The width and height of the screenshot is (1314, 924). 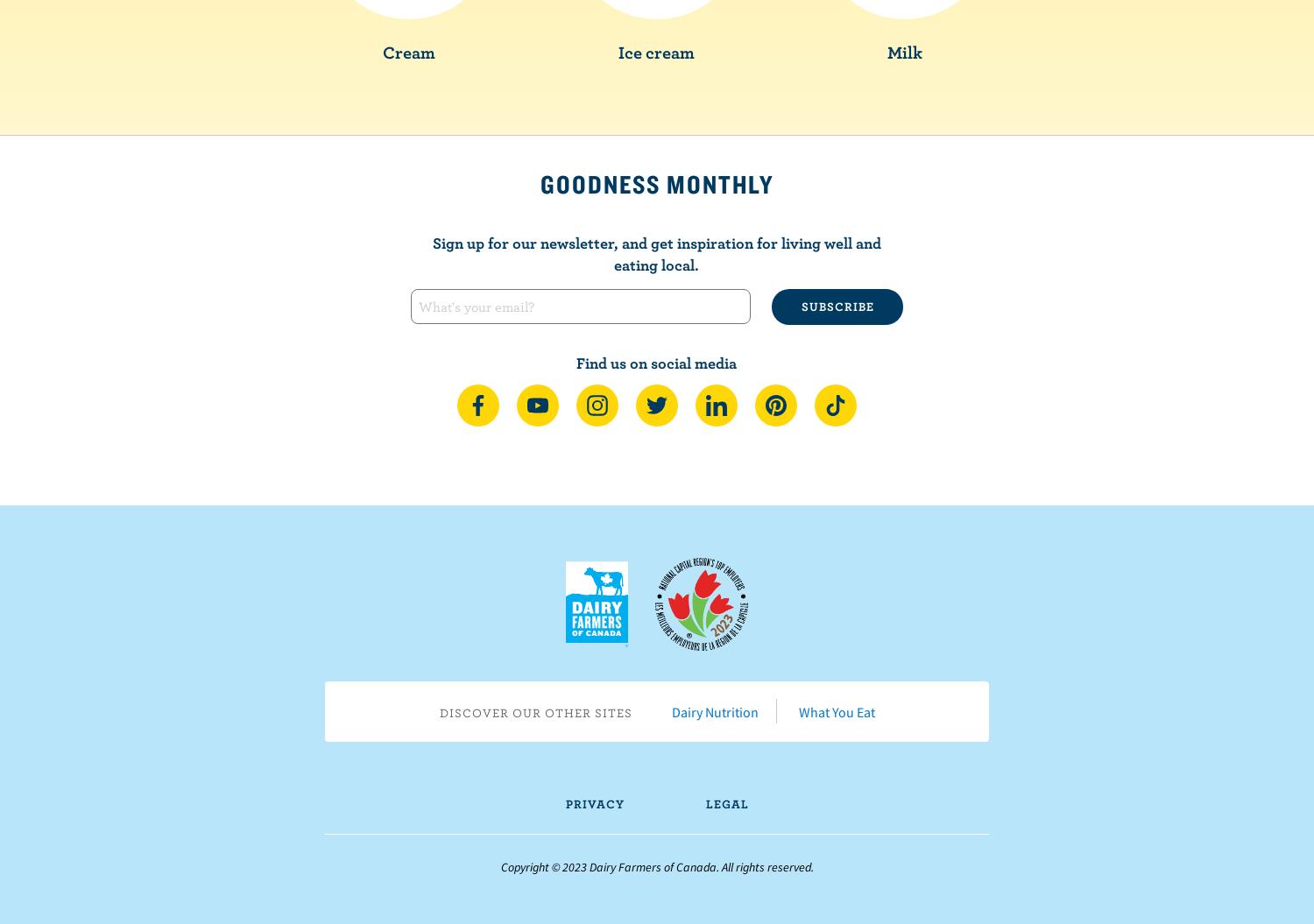 I want to click on 'Sign up for our newsletter, and get inspiration for living well and eating local.', so click(x=654, y=252).